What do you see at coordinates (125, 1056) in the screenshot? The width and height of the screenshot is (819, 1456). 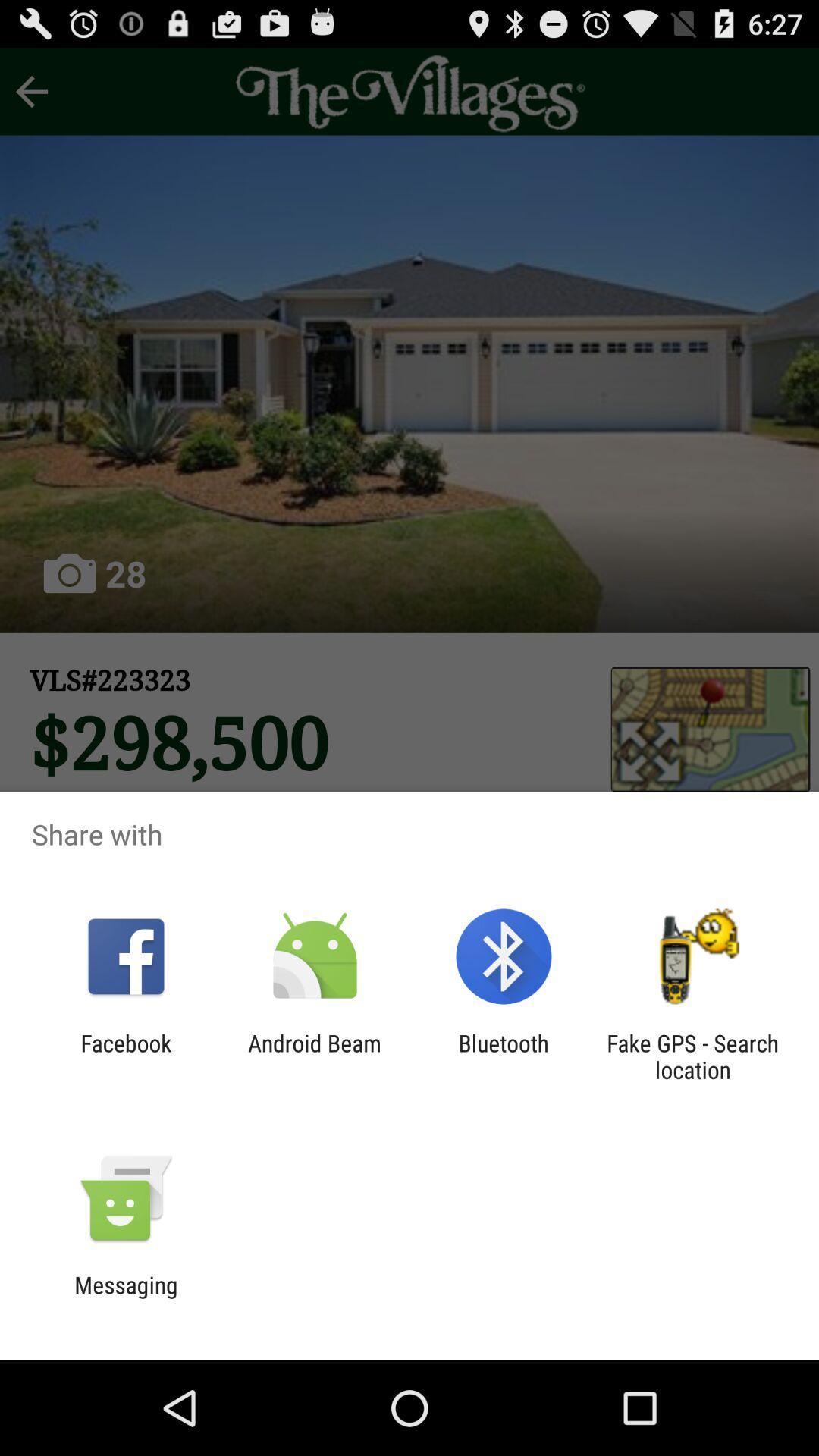 I see `the icon next to android beam app` at bounding box center [125, 1056].